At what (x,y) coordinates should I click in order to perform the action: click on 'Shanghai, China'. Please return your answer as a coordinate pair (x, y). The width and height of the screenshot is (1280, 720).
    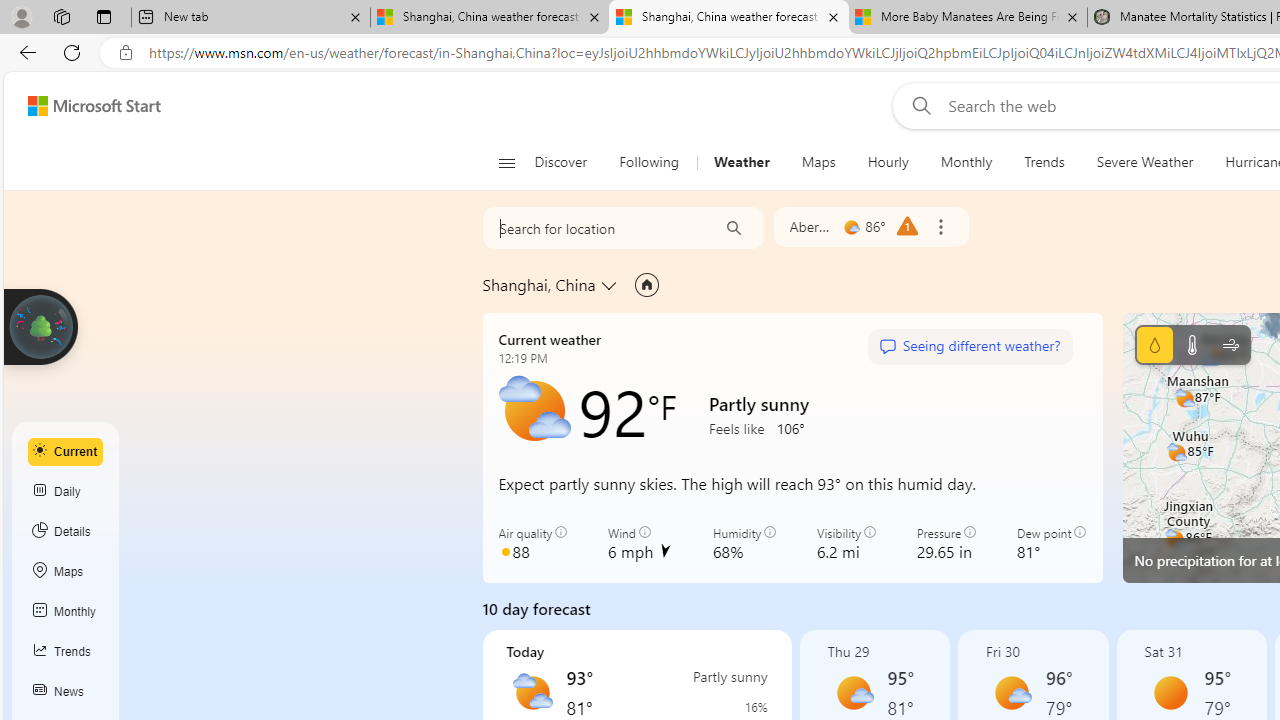
    Looking at the image, I should click on (539, 284).